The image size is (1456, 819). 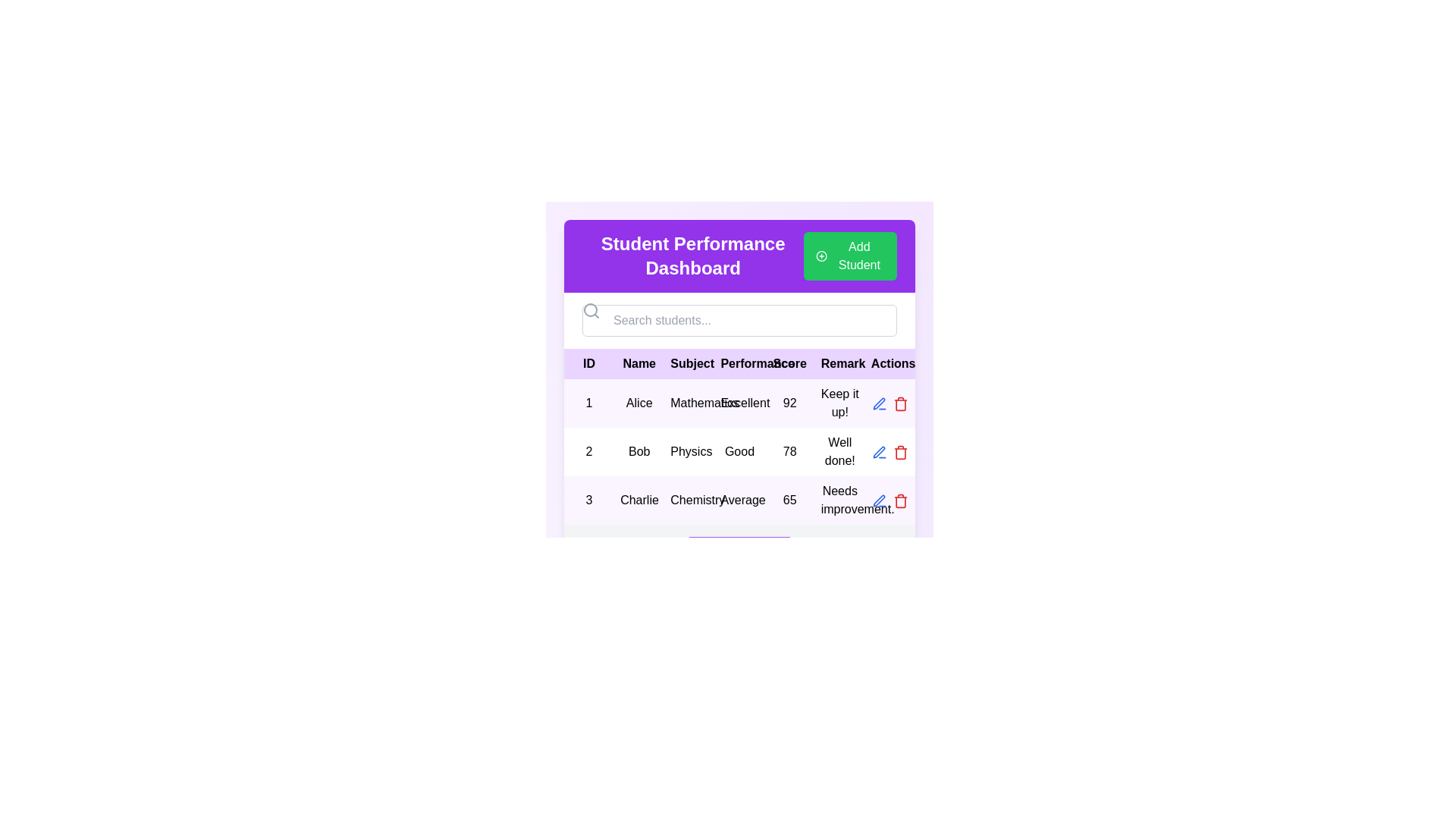 I want to click on the 'Physics' text label displayed in black font on a white background, located in the third column of the second row of the table, so click(x=689, y=451).